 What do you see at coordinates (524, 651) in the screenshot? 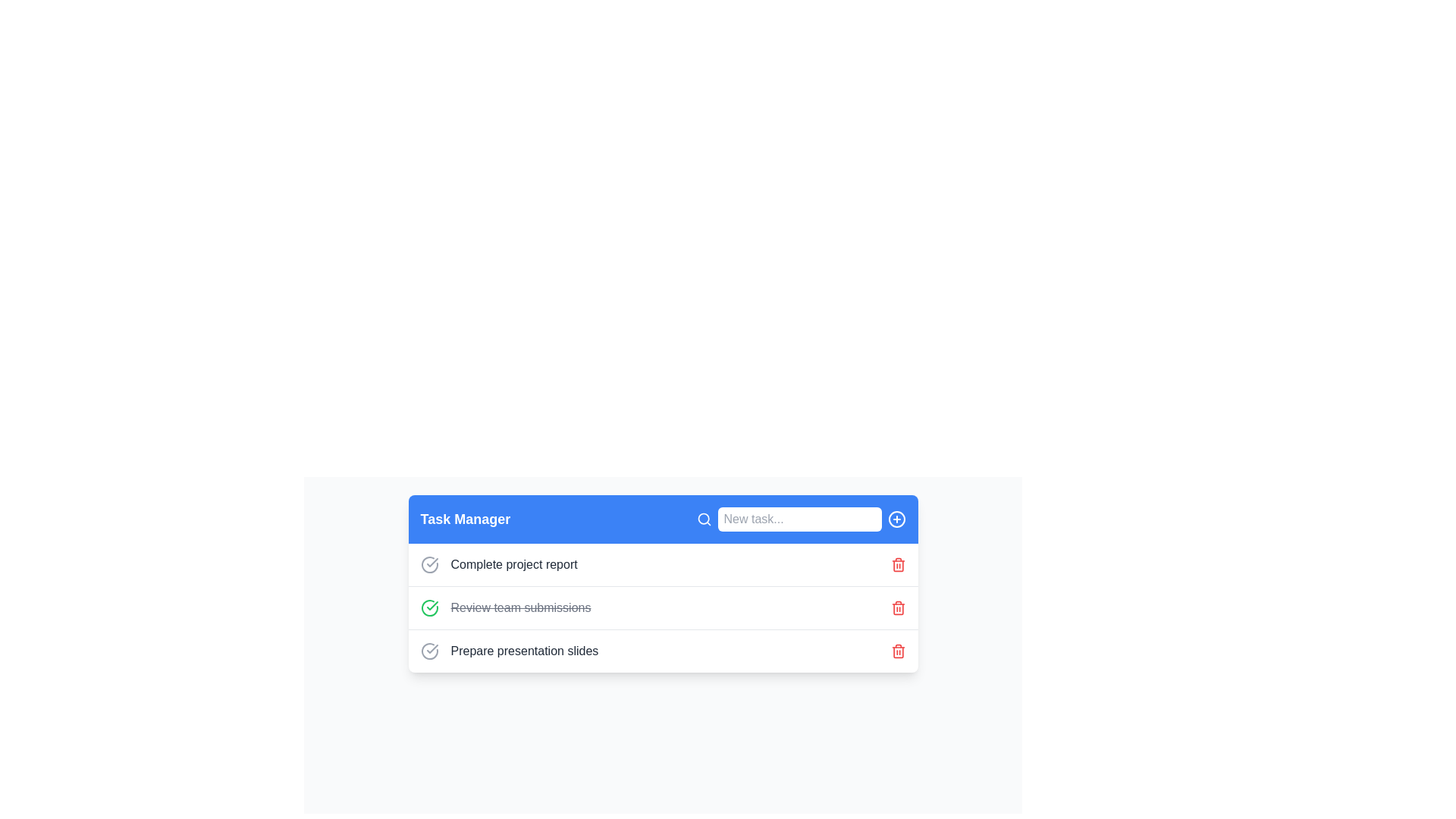
I see `the third text label in the task management list which represents a to-do item, located below 'Complete project report' and 'Review team submissions'` at bounding box center [524, 651].